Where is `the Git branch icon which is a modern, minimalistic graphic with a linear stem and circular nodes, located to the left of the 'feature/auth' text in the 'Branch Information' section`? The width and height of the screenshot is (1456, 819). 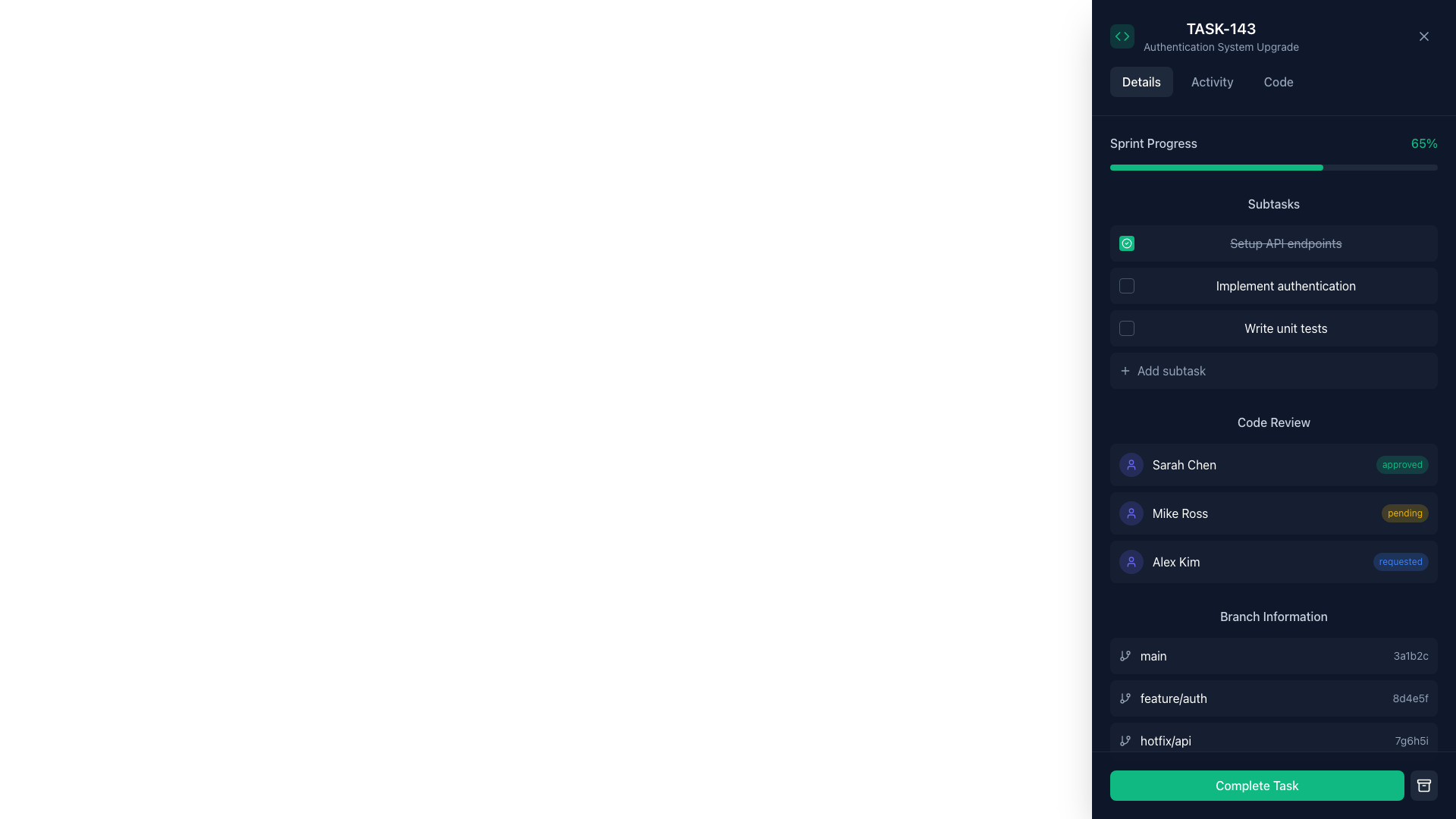 the Git branch icon which is a modern, minimalistic graphic with a linear stem and circular nodes, located to the left of the 'feature/auth' text in the 'Branch Information' section is located at coordinates (1125, 698).